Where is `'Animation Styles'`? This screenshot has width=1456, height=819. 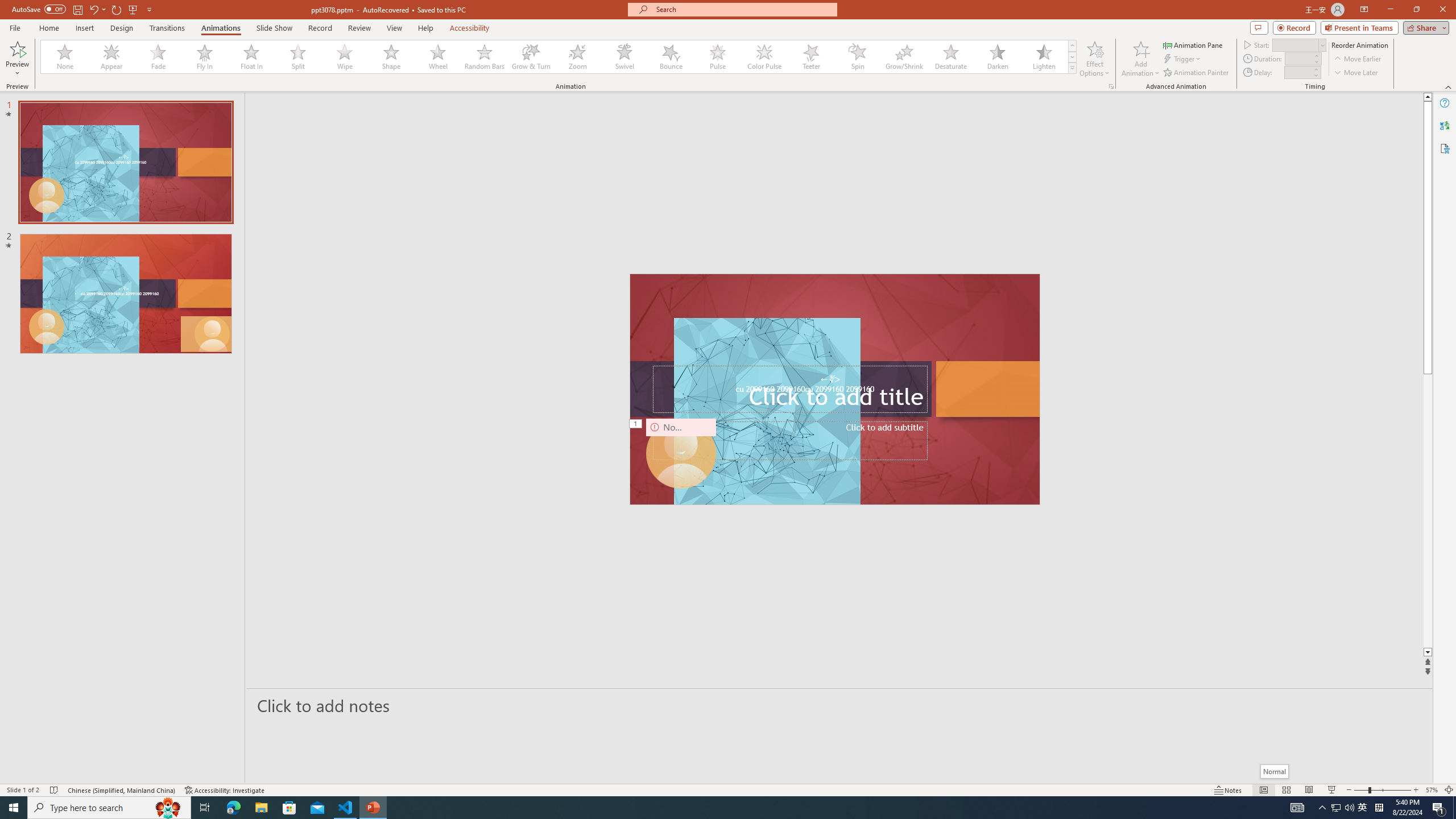
'Animation Styles' is located at coordinates (1072, 67).